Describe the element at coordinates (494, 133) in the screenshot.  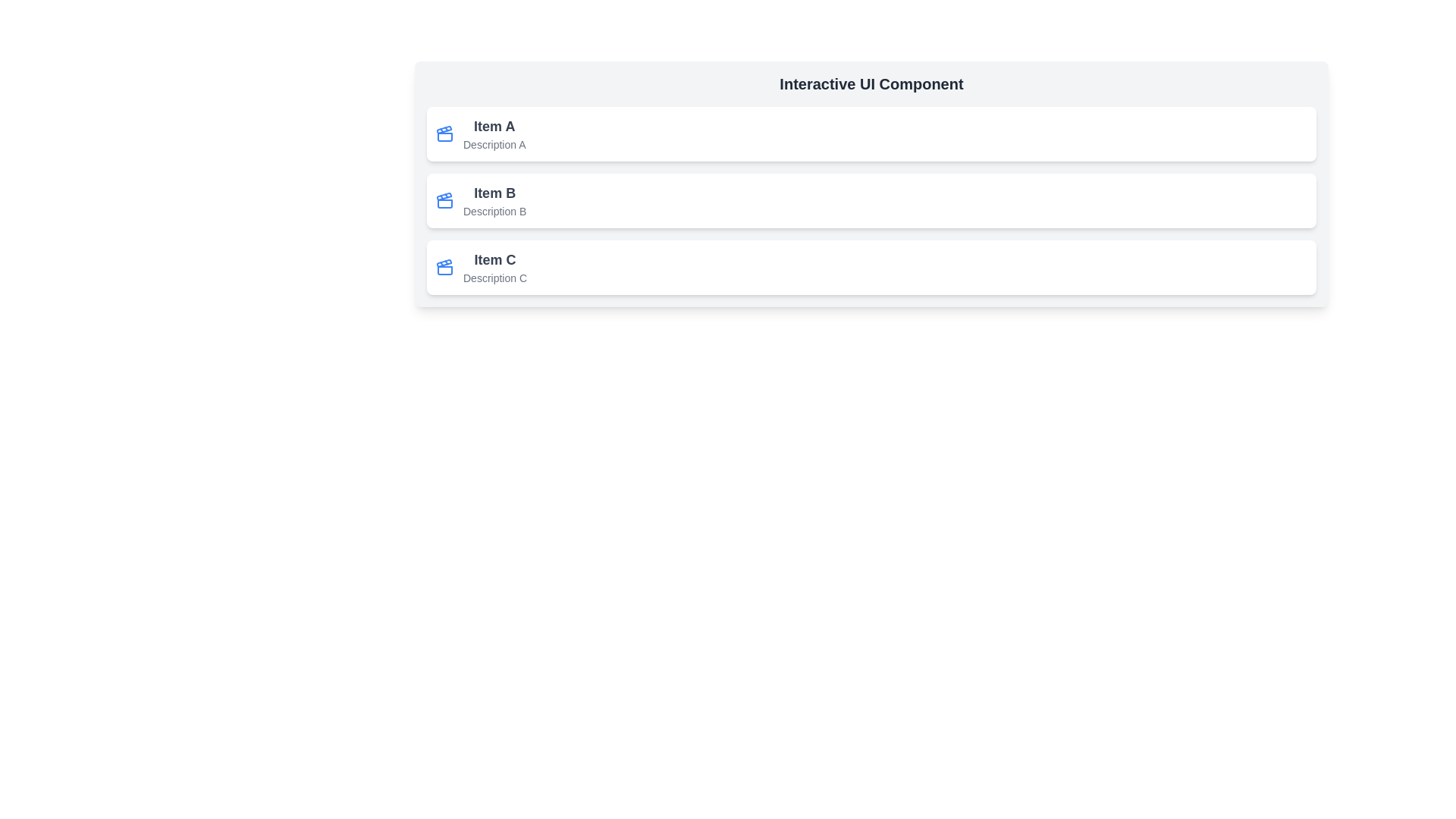
I see `the Text block that provides information about a specific item, positioned as the first item in a vertical list, located near the top-left of the list and part of a card layout` at that location.